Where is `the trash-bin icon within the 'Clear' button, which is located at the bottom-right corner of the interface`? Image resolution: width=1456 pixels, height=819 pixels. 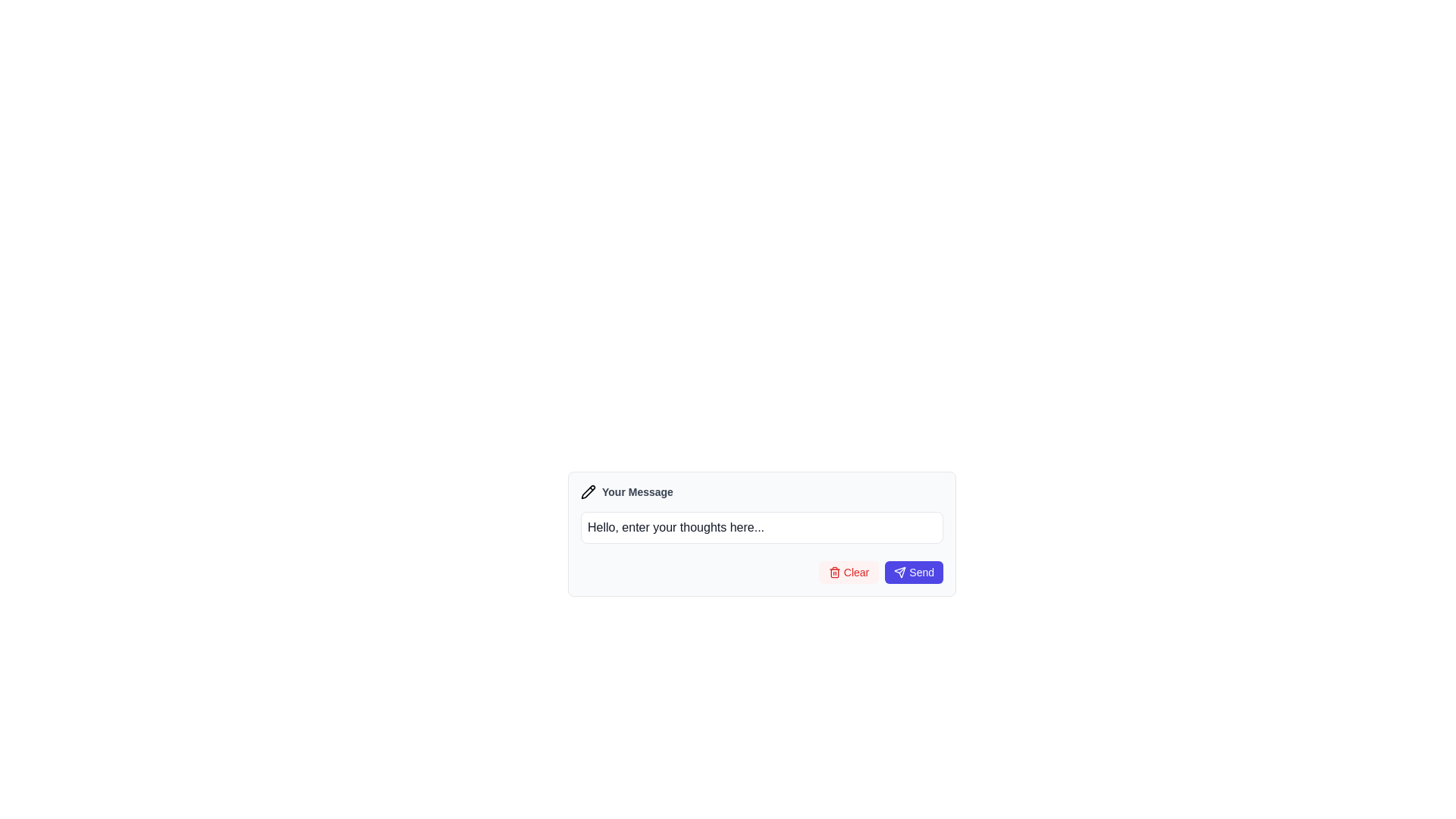
the trash-bin icon within the 'Clear' button, which is located at the bottom-right corner of the interface is located at coordinates (833, 573).